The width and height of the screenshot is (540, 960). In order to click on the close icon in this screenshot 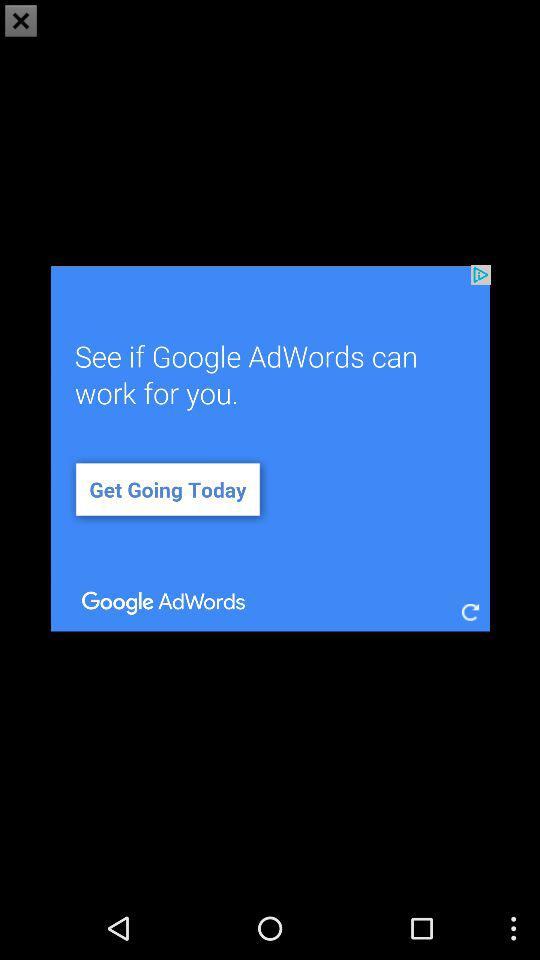, I will do `click(20, 21)`.